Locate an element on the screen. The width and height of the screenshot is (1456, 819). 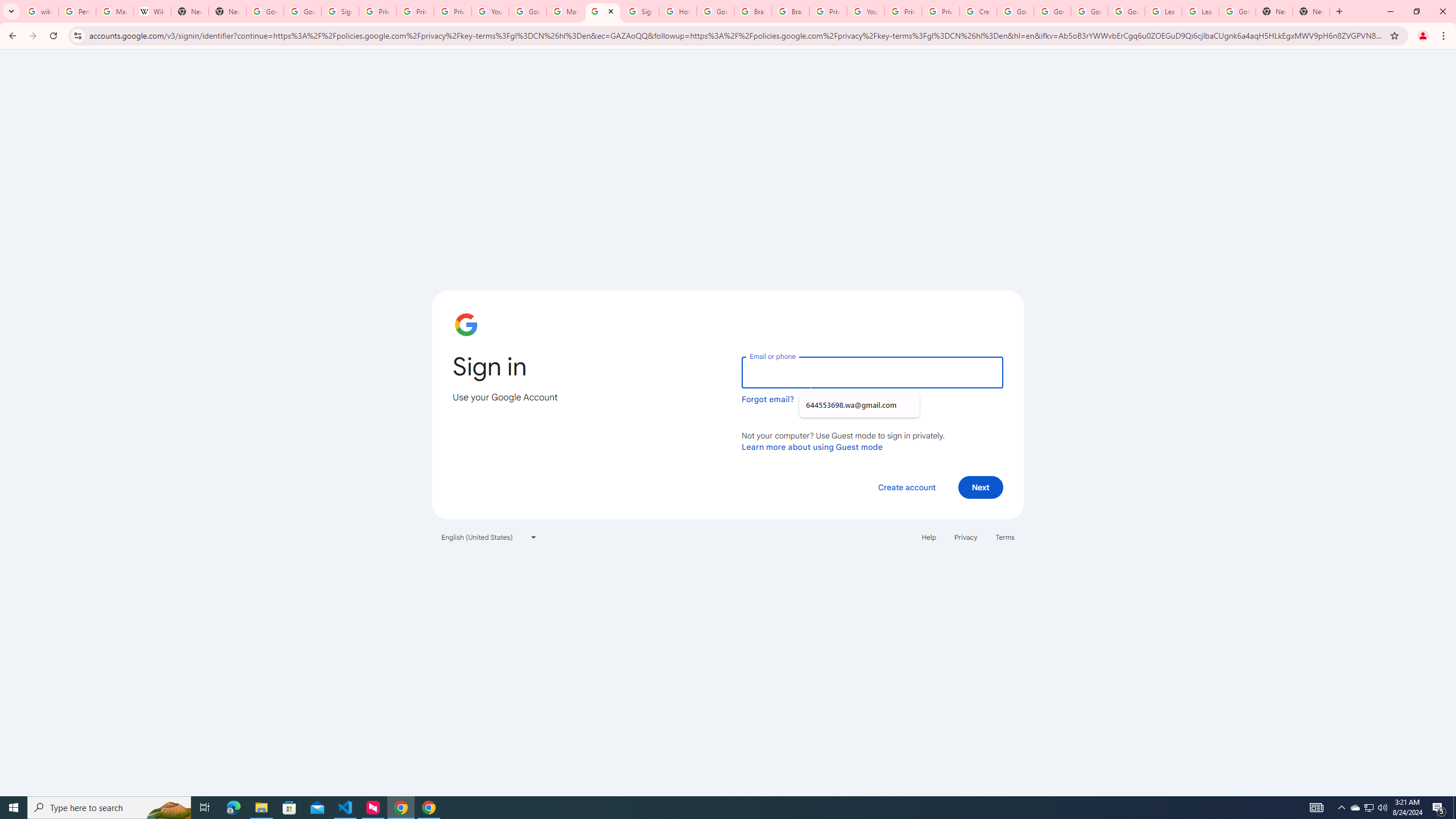
'Address and search bar' is located at coordinates (735, 35).